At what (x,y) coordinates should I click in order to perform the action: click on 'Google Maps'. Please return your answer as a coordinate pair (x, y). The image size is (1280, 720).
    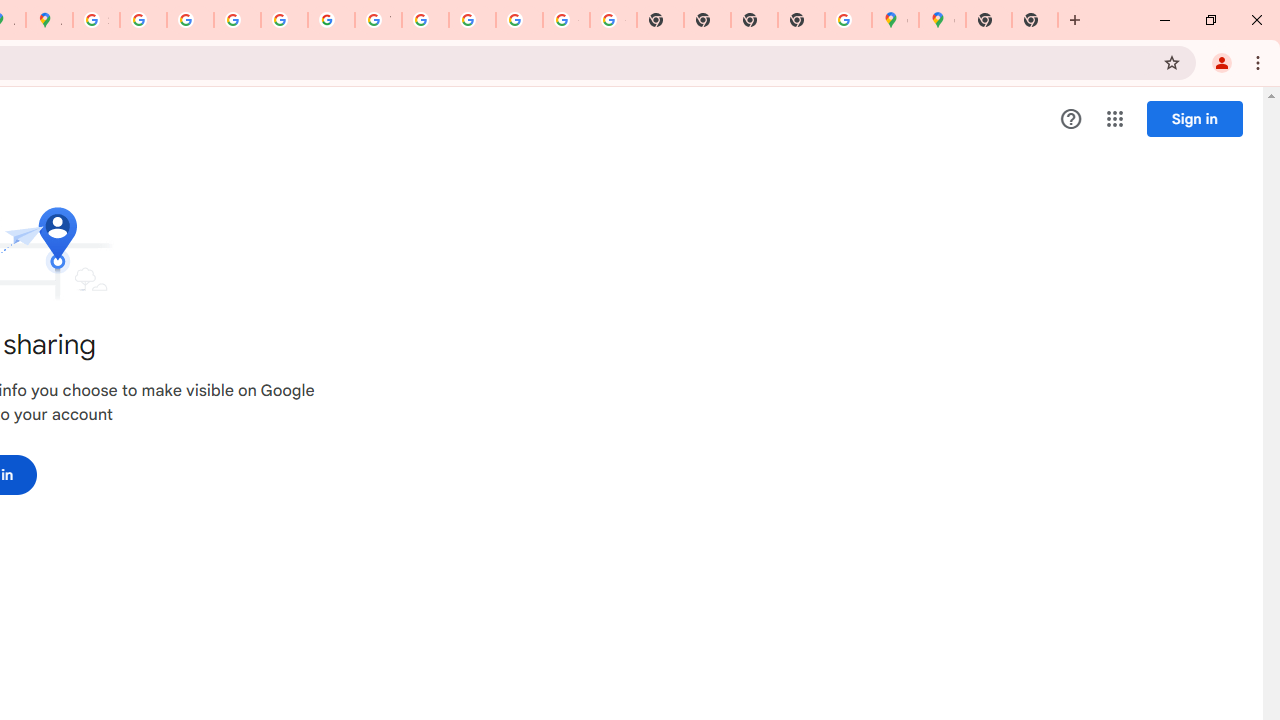
    Looking at the image, I should click on (894, 20).